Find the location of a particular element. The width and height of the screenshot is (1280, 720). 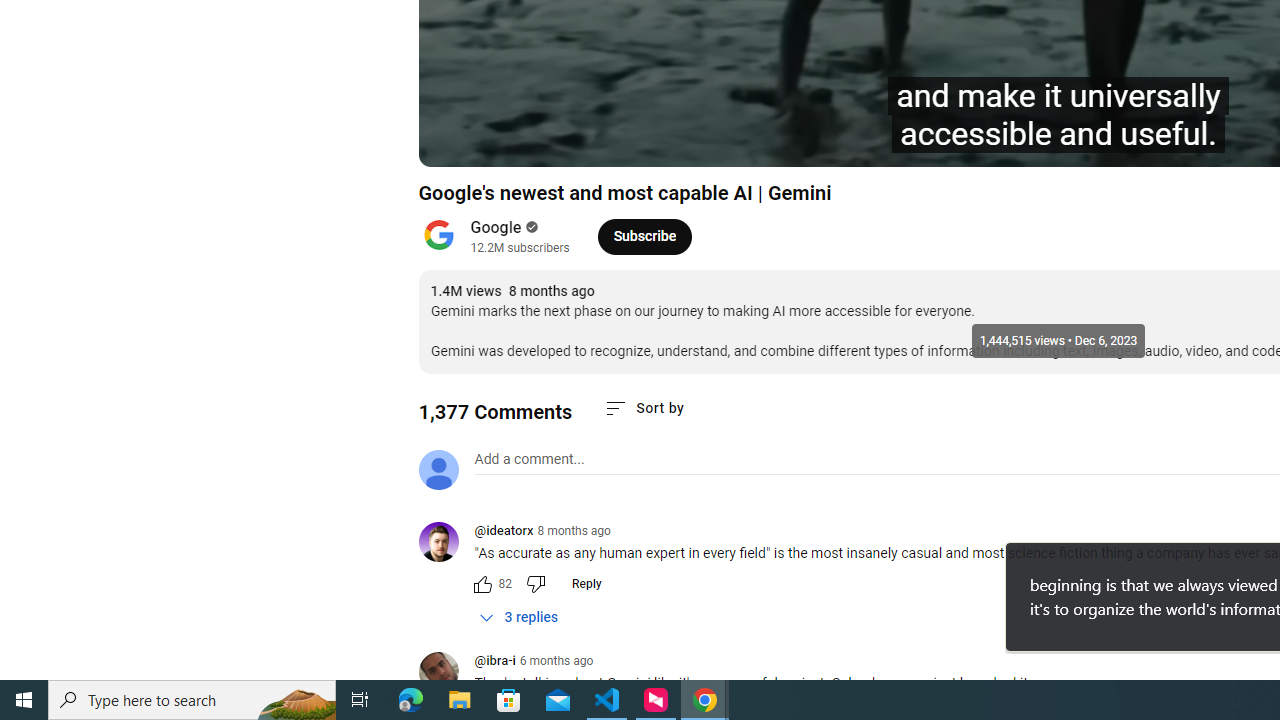

'8 months ago' is located at coordinates (573, 530).